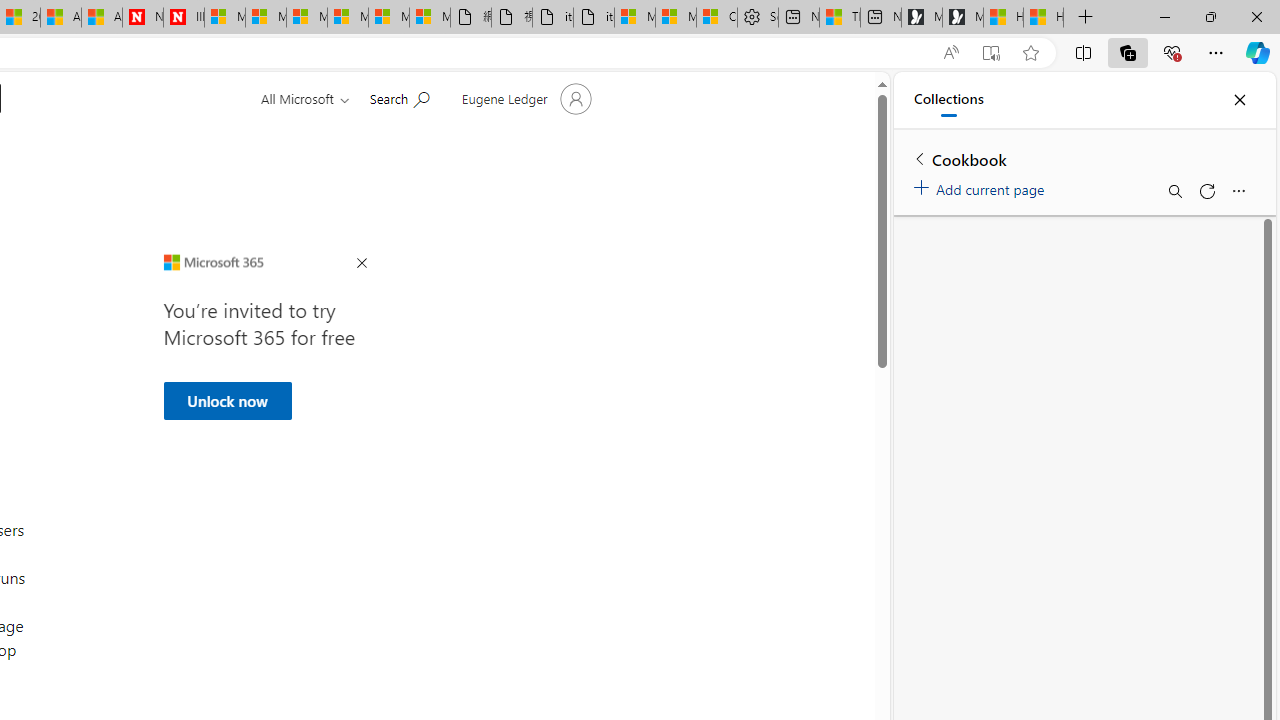 The image size is (1280, 720). Describe the element at coordinates (399, 97) in the screenshot. I see `'Search for help'` at that location.